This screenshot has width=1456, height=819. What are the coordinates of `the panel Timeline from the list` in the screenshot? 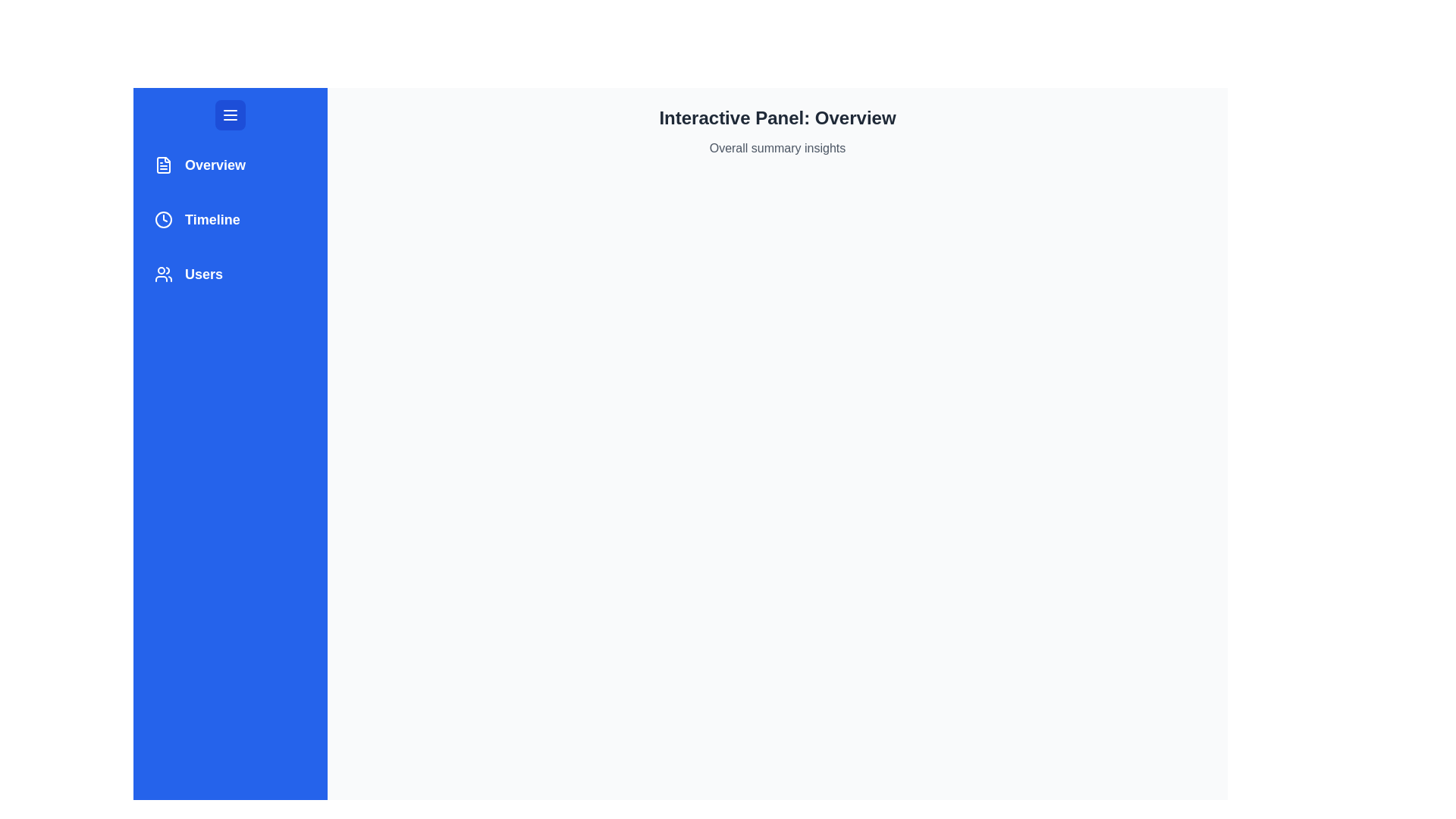 It's located at (229, 219).